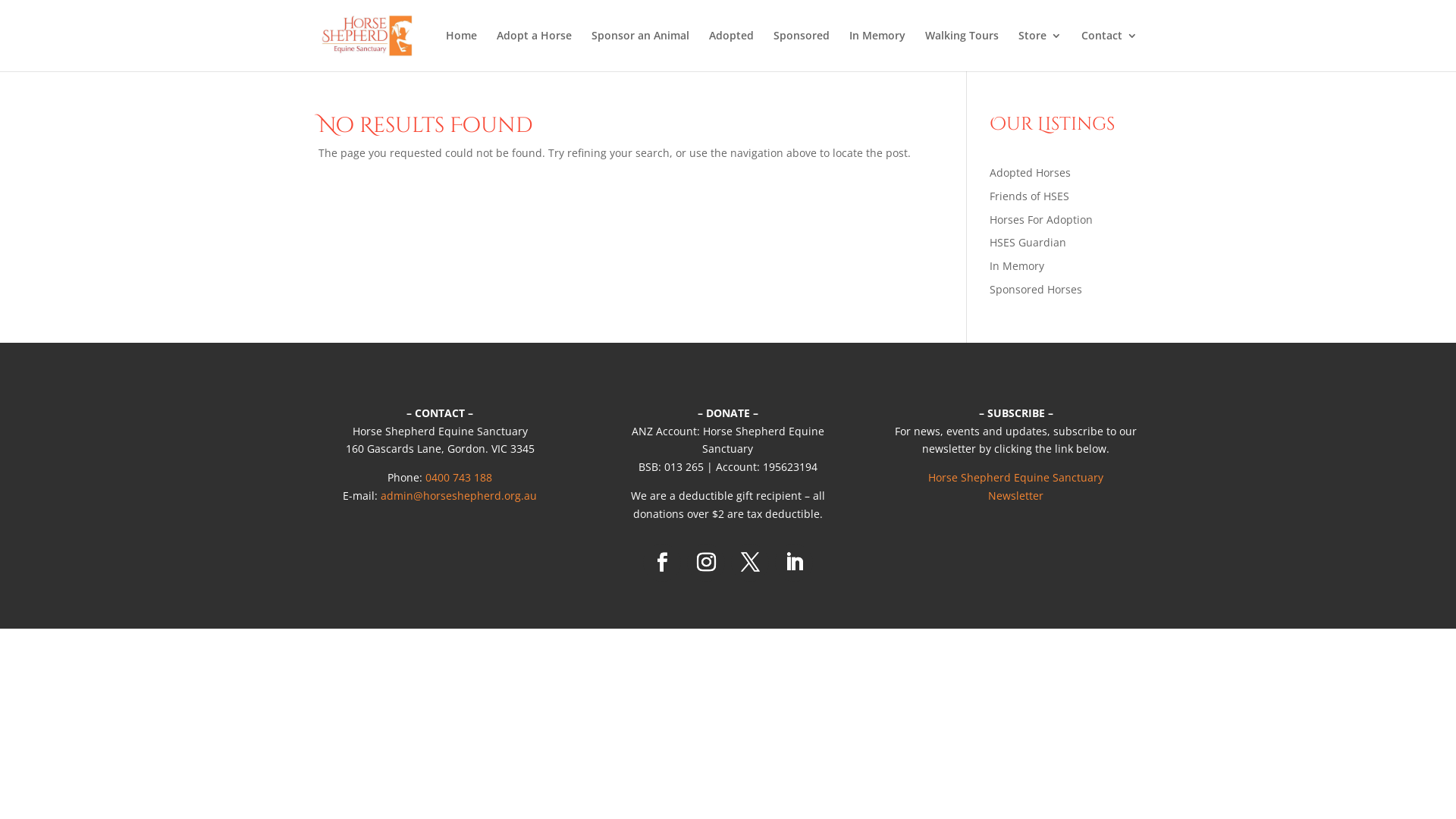 The height and width of the screenshot is (819, 1456). Describe the element at coordinates (662, 562) in the screenshot. I see `'Follow on Facebook'` at that location.